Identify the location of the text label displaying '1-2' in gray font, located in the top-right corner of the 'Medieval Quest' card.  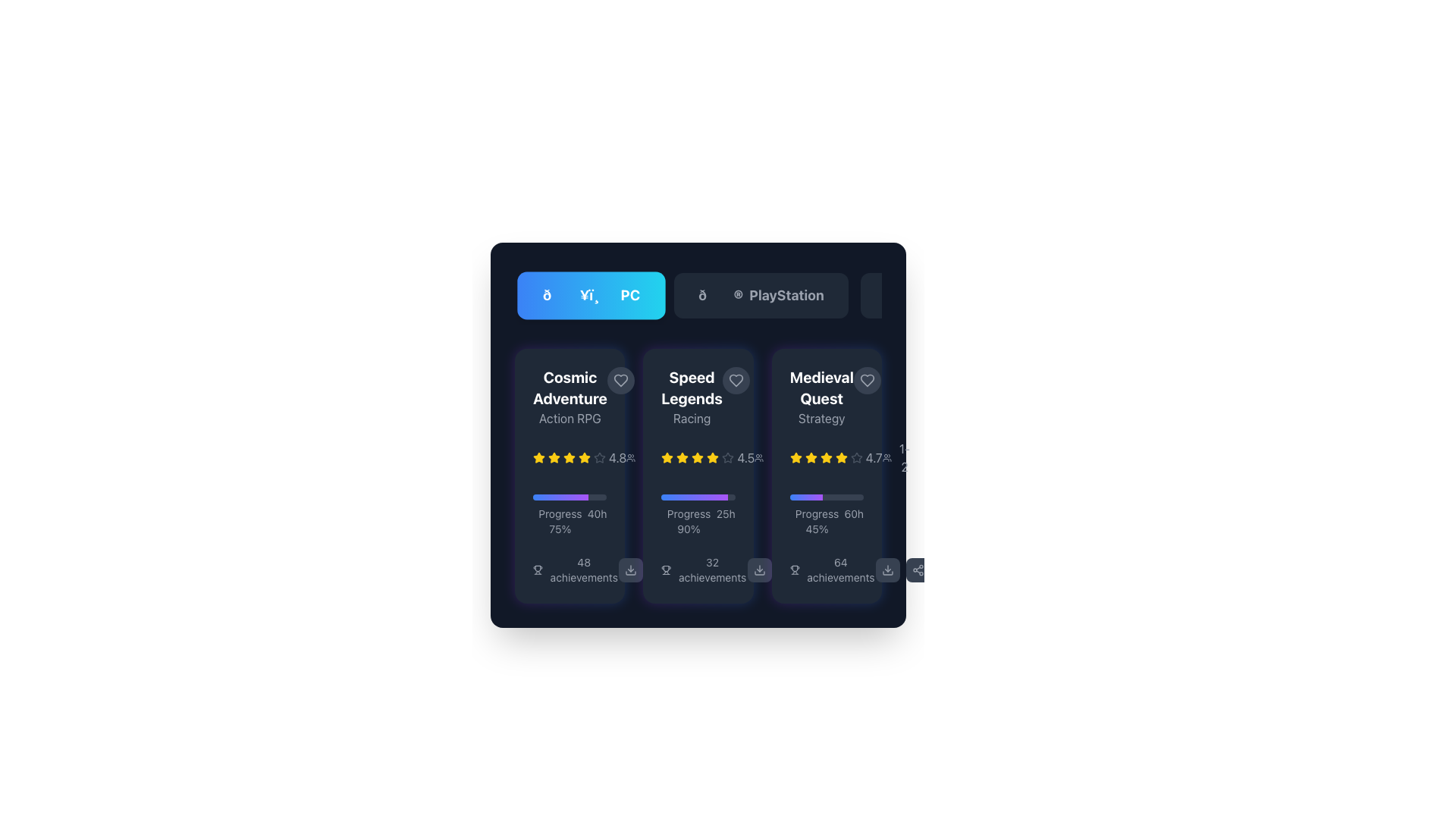
(896, 457).